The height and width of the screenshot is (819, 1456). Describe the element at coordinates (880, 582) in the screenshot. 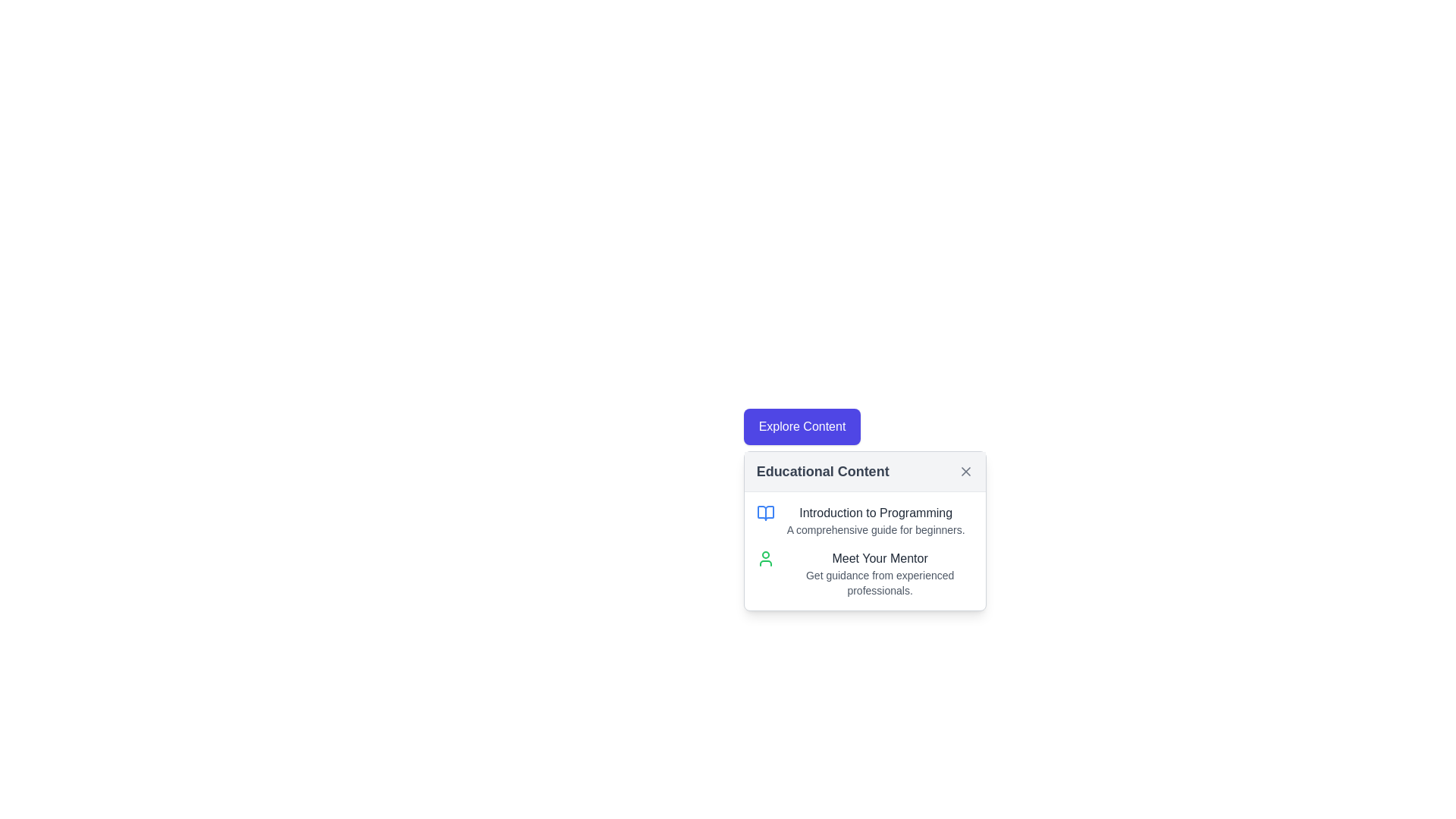

I see `text 'Get guidance from experienced professionals.' which is styled in a smaller, gray-colored font and positioned directly beneath the 'Meet Your Mentor' header within the 'Educational Content' panel` at that location.